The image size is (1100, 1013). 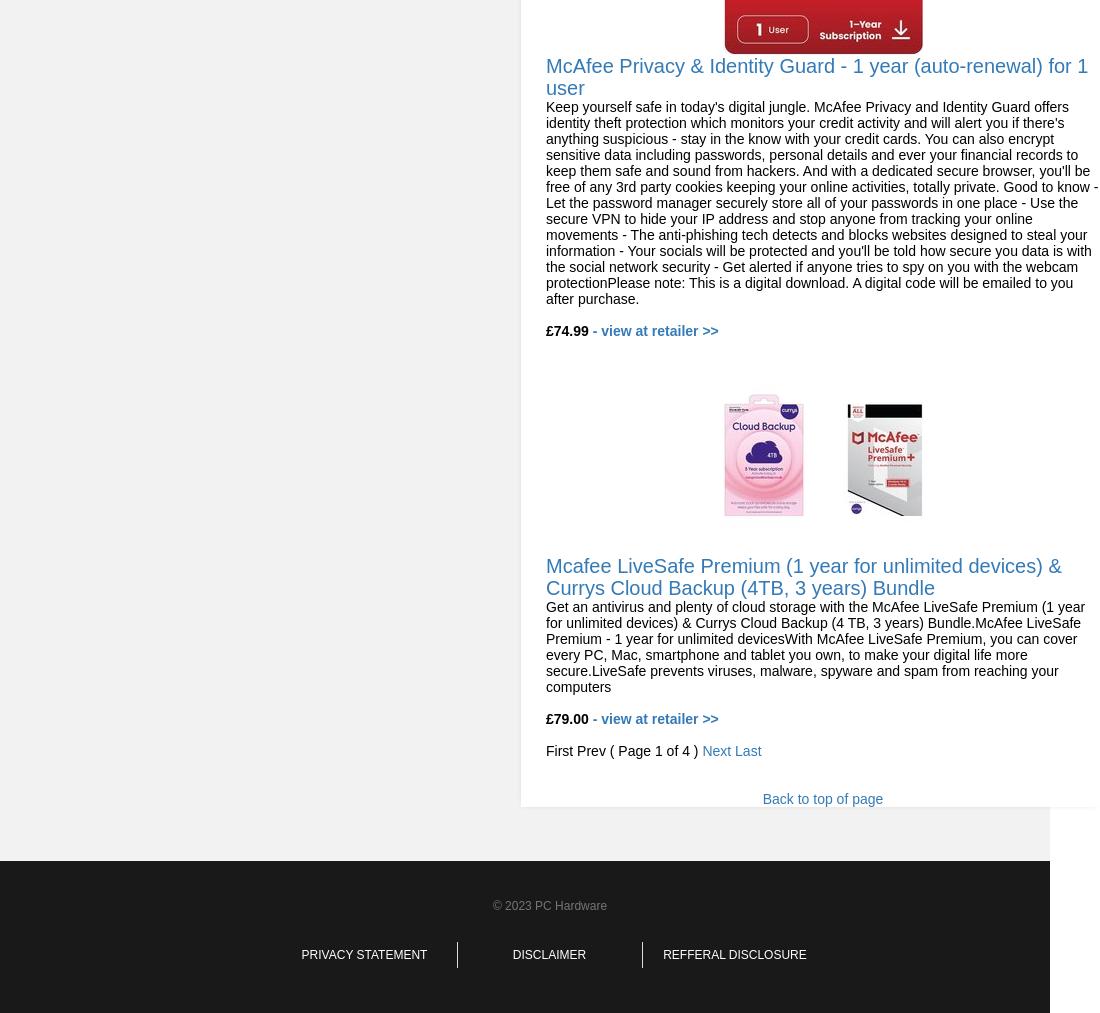 What do you see at coordinates (546, 646) in the screenshot?
I see `'Get an antivirus and plenty of cloud storage with the McAfee LiveSafe Premium (1 year for unlimited devices) & Currys Cloud Backup (4 TB, 3 years) Bundle.McAfee LiveSafe Premium - 1 year for unlimited devicesWith McAfee LiveSafe Premium, you can cover every PC, Mac, smartphone and tablet you own, to make your digital life more secure.LiveSafe prevents viruses, malware, spyware and spam from reaching your computers'` at bounding box center [546, 646].